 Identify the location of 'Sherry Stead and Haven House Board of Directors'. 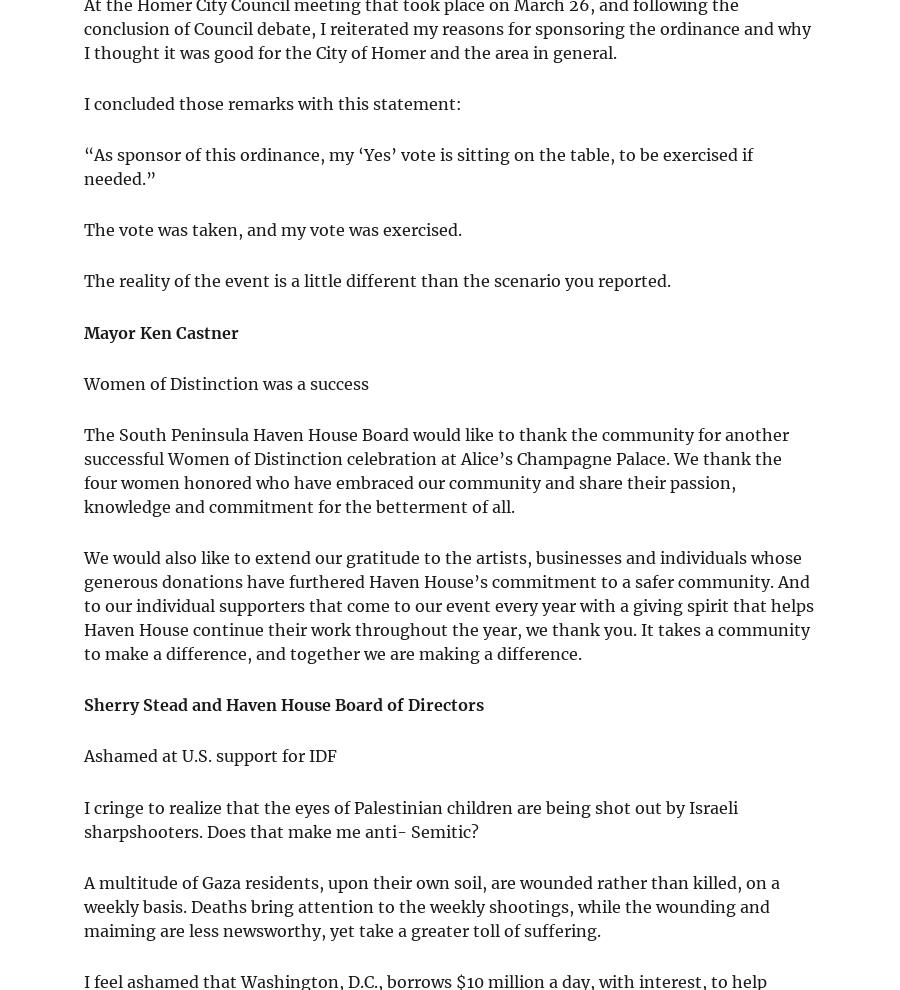
(283, 703).